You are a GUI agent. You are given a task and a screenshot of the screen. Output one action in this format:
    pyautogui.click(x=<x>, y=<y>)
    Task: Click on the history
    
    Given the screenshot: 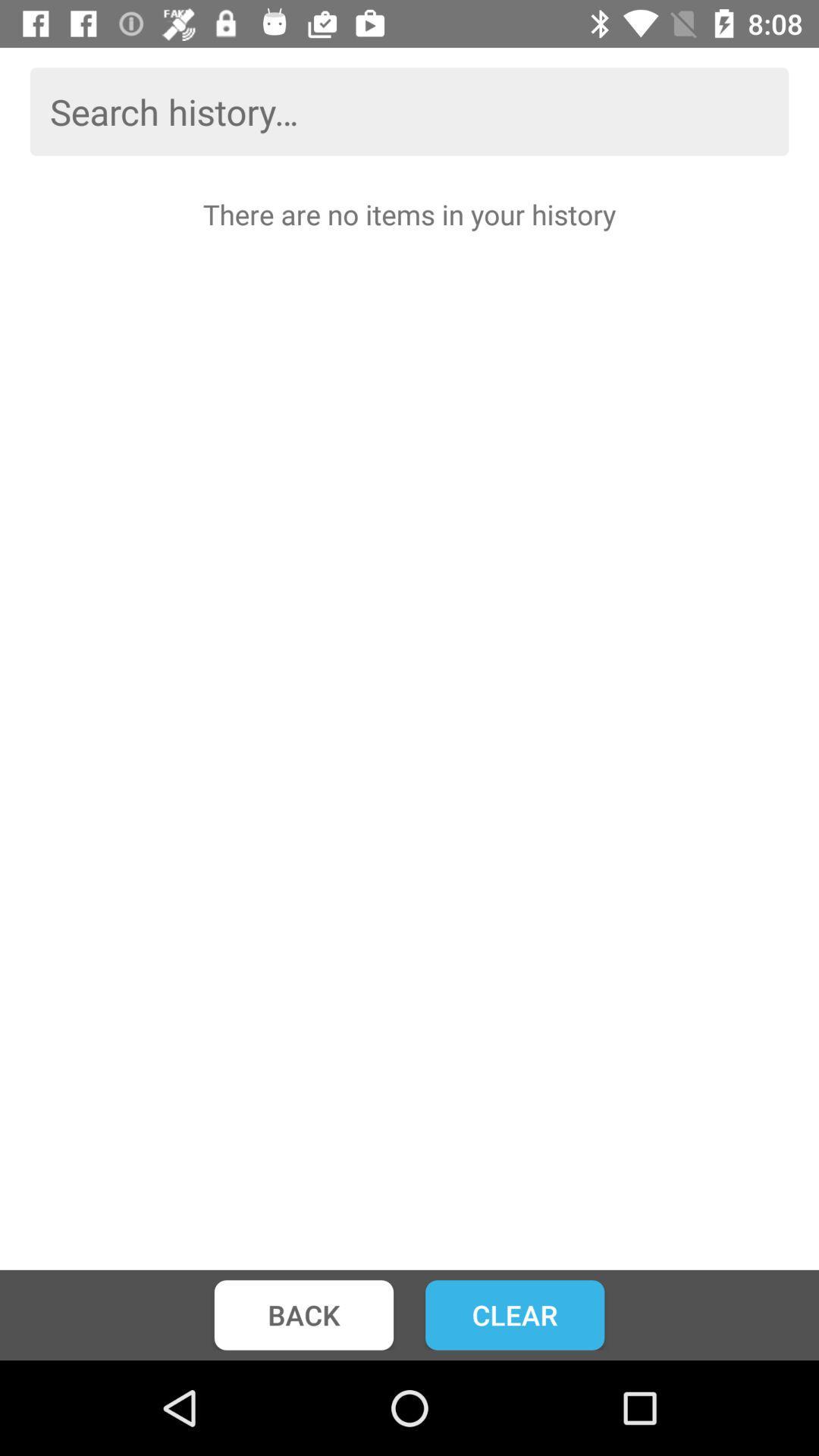 What is the action you would take?
    pyautogui.click(x=409, y=111)
    